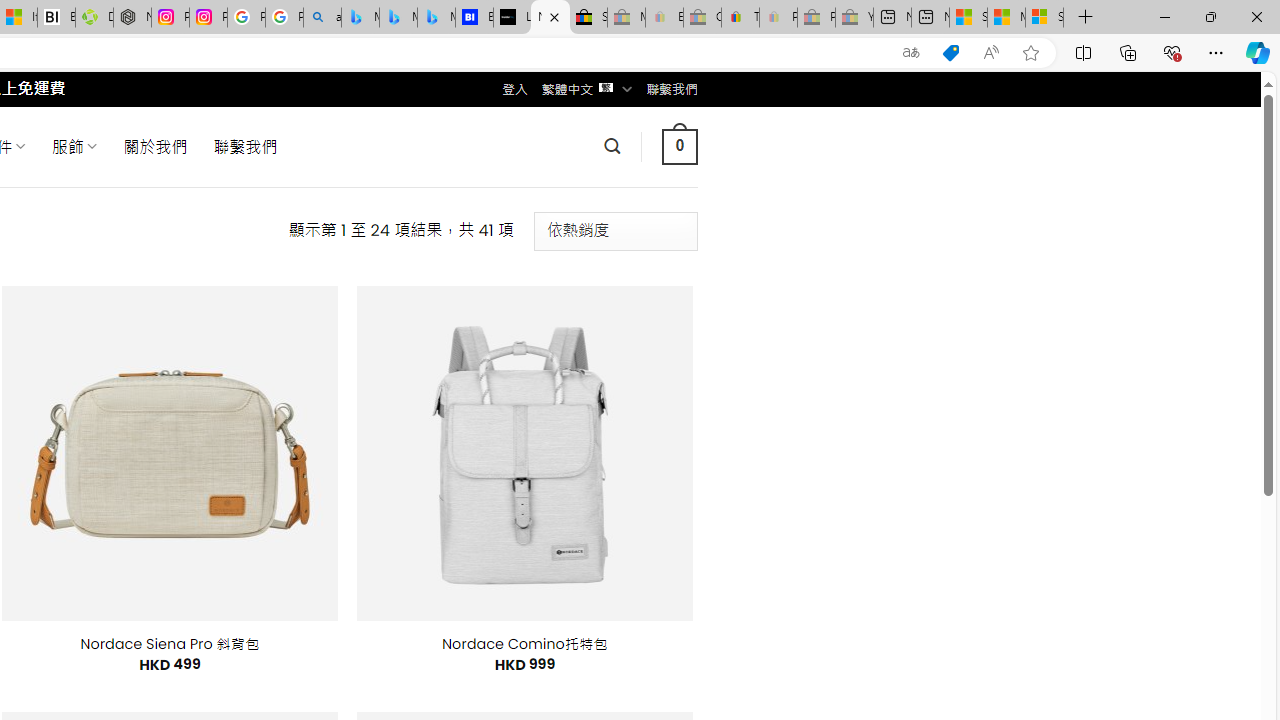 The width and height of the screenshot is (1280, 720). Describe the element at coordinates (816, 17) in the screenshot. I see `'Press Room - eBay Inc. - Sleeping'` at that location.